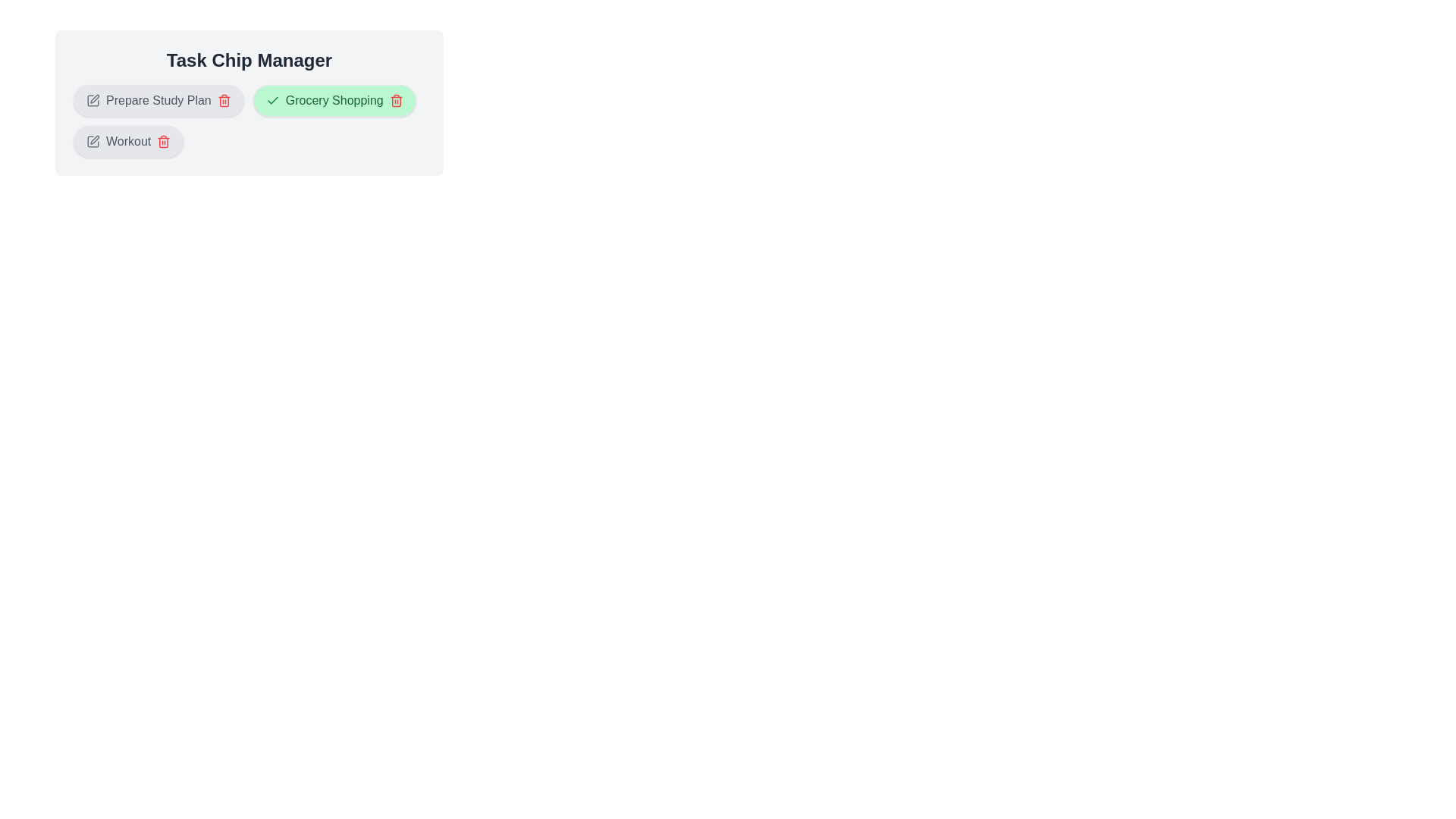 This screenshot has height=819, width=1456. What do you see at coordinates (93, 141) in the screenshot?
I see `the edit button positioned to the left of the 'Workout' task text to initiate editing` at bounding box center [93, 141].